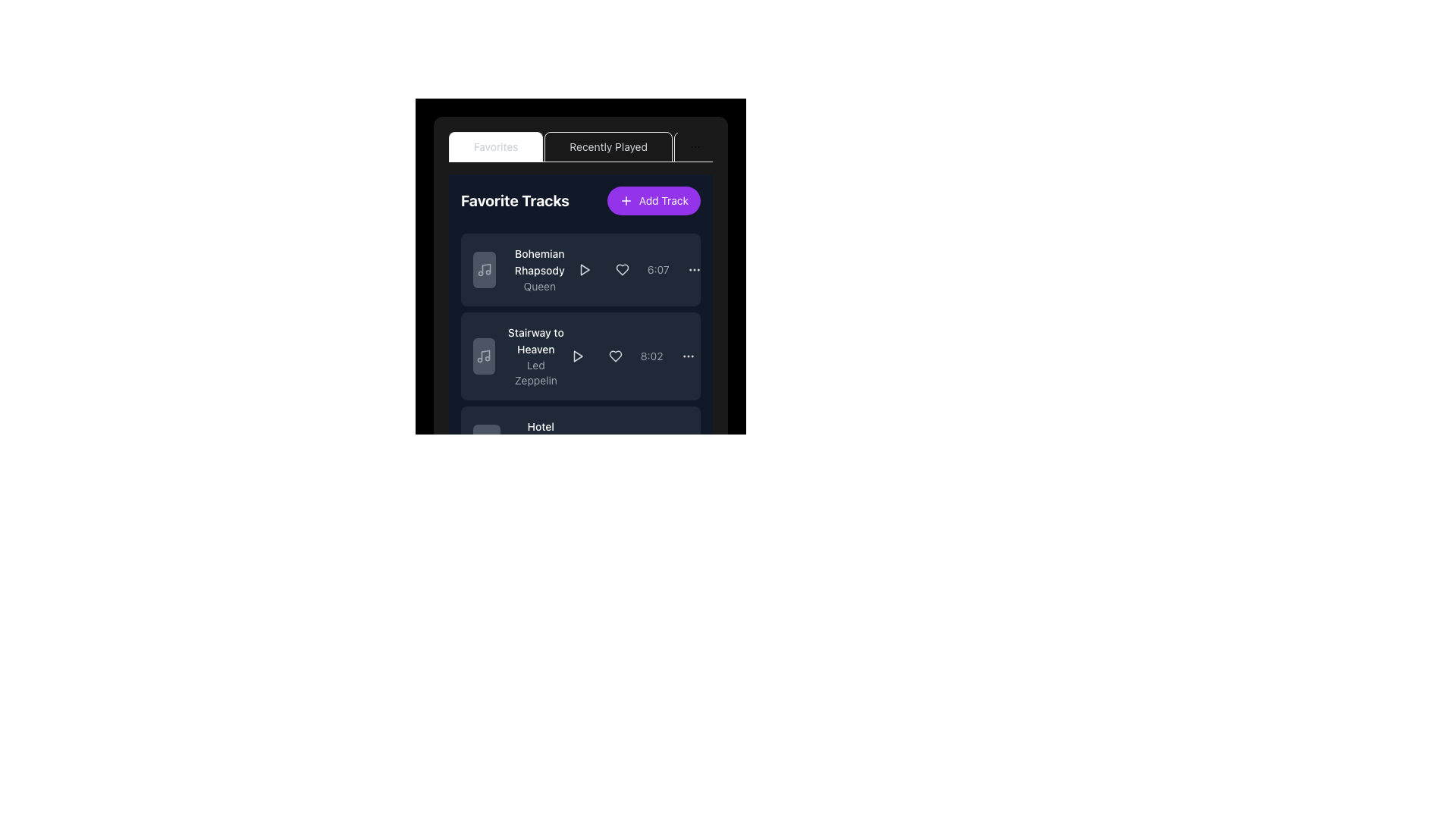  What do you see at coordinates (687, 356) in the screenshot?
I see `the circular button with an icon that triggers a contextual menu for the 'Stairway to Heaven' track, located at the far right of the row including the track details and adjacent to the playback duration '8:02'` at bounding box center [687, 356].